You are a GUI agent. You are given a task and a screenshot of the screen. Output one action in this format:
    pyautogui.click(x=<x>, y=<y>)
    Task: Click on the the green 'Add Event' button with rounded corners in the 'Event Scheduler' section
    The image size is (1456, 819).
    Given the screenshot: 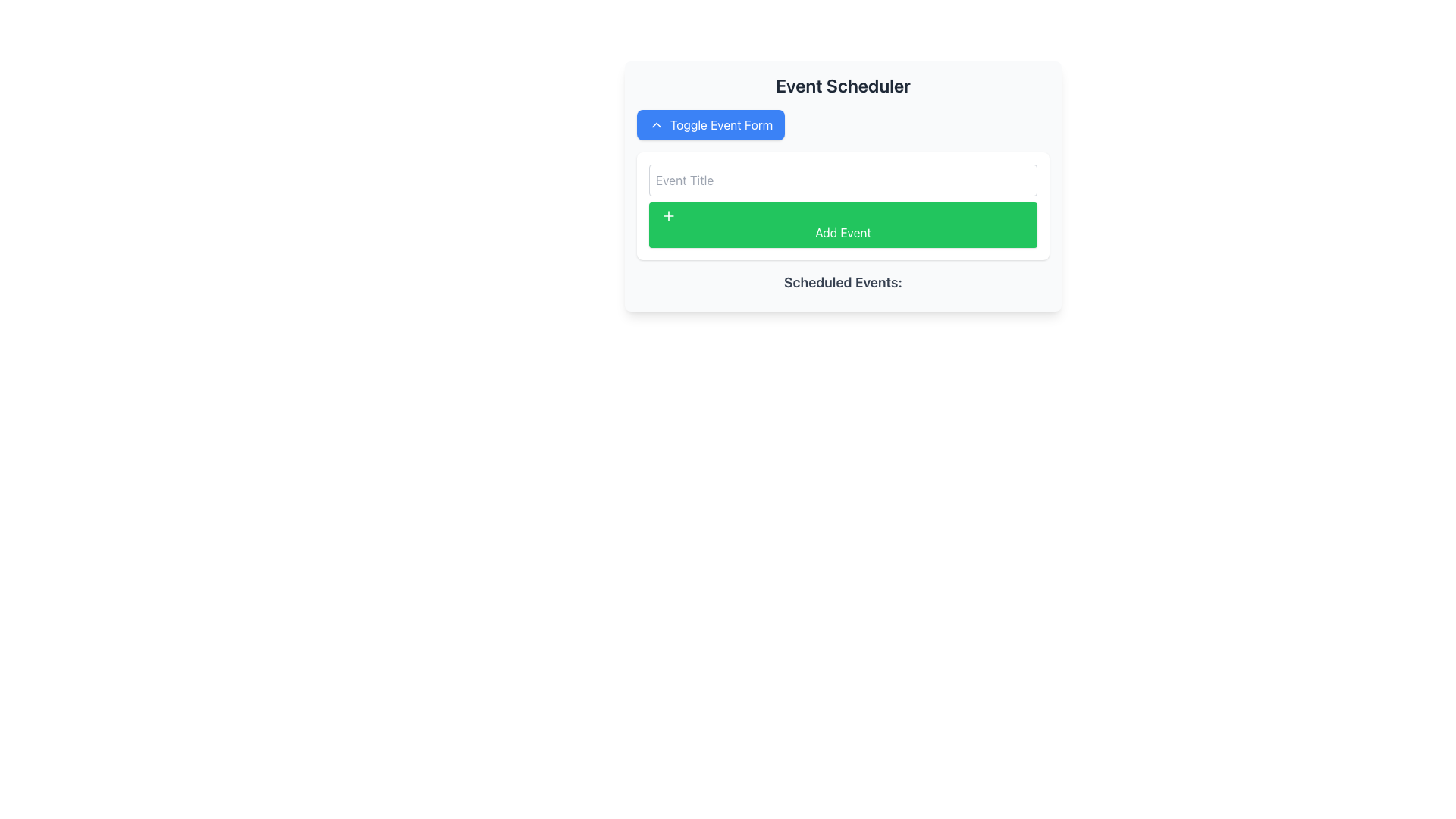 What is the action you would take?
    pyautogui.click(x=843, y=206)
    